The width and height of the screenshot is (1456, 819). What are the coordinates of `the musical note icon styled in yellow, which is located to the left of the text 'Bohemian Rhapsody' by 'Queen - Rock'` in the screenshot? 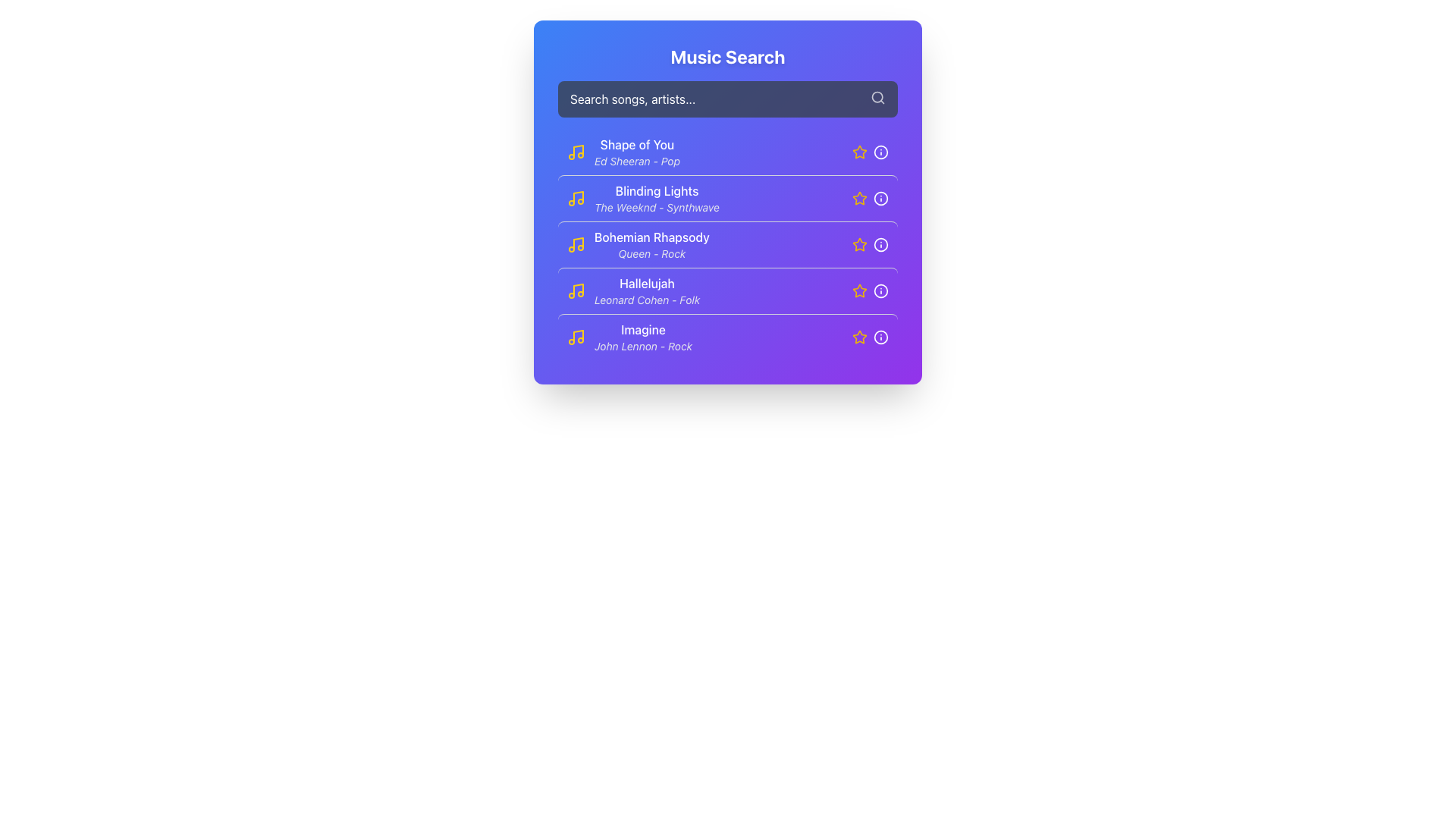 It's located at (575, 244).